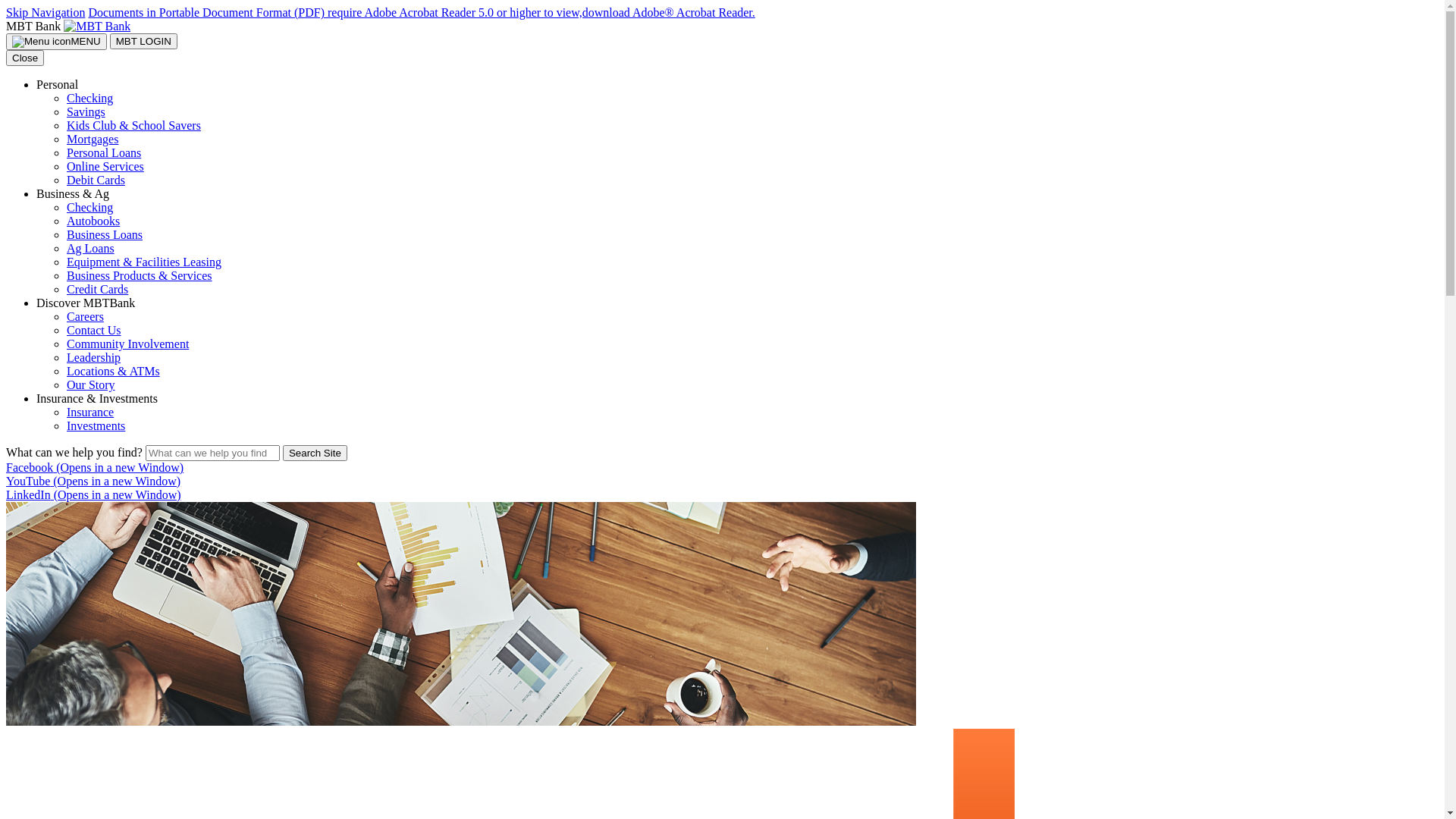 Image resolution: width=1456 pixels, height=819 pixels. What do you see at coordinates (127, 344) in the screenshot?
I see `'Community Involvement'` at bounding box center [127, 344].